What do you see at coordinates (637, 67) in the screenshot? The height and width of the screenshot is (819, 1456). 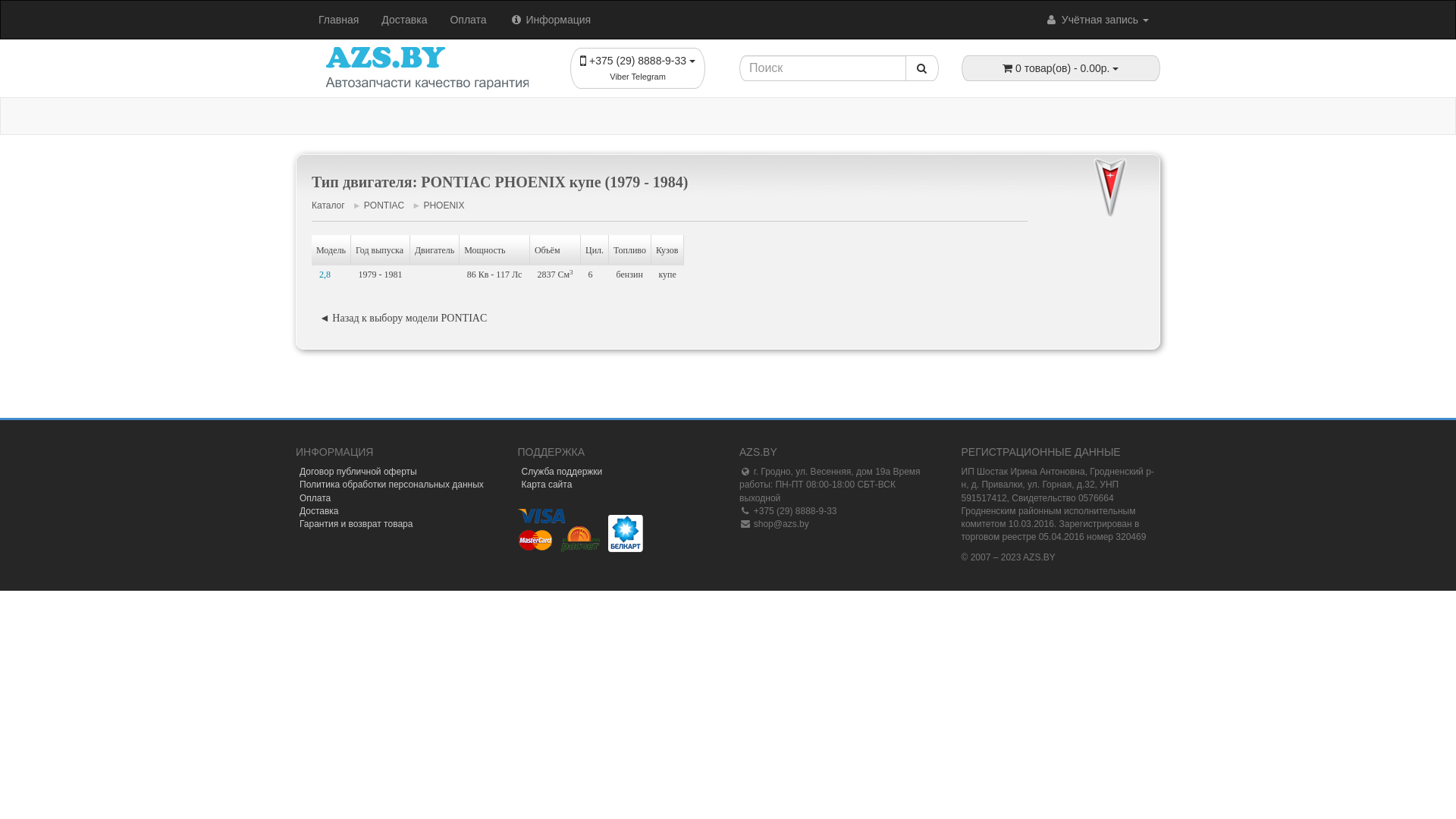 I see `'+375 (29) 8888-9-33` at bounding box center [637, 67].